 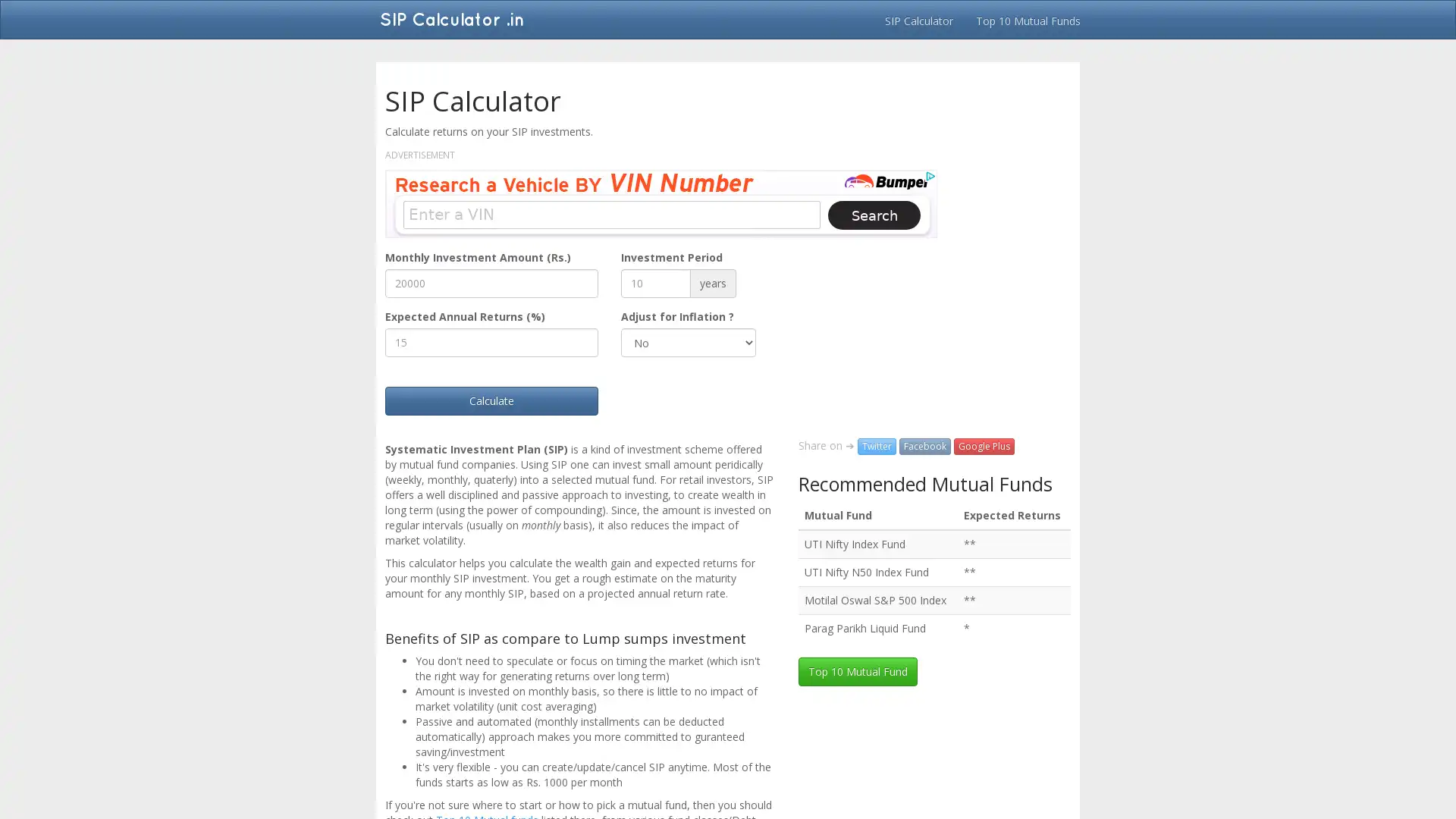 What do you see at coordinates (491, 400) in the screenshot?
I see `Calculate` at bounding box center [491, 400].